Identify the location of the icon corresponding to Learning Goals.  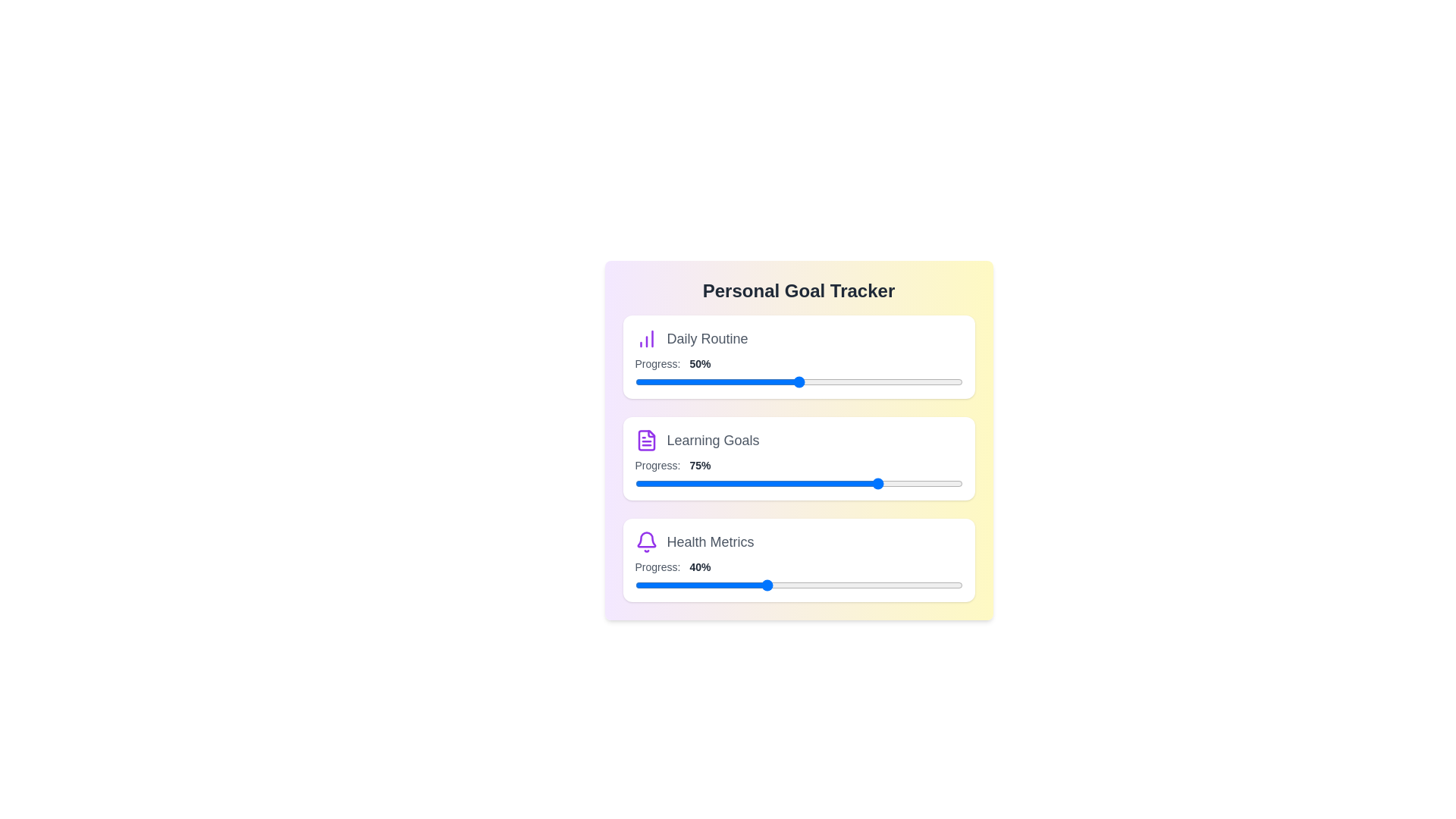
(646, 441).